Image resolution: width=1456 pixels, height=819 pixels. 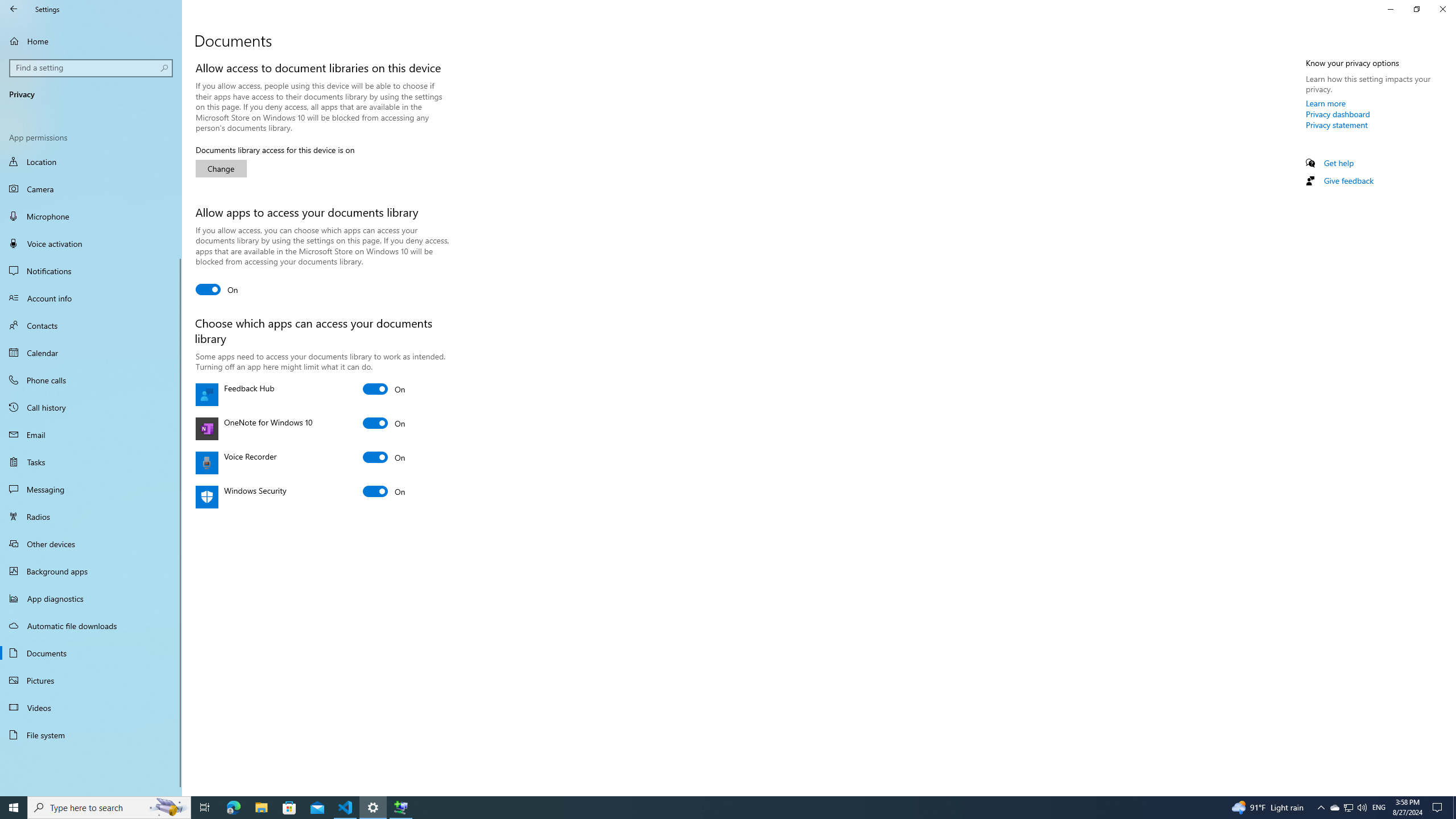 What do you see at coordinates (14, 9) in the screenshot?
I see `'Back'` at bounding box center [14, 9].